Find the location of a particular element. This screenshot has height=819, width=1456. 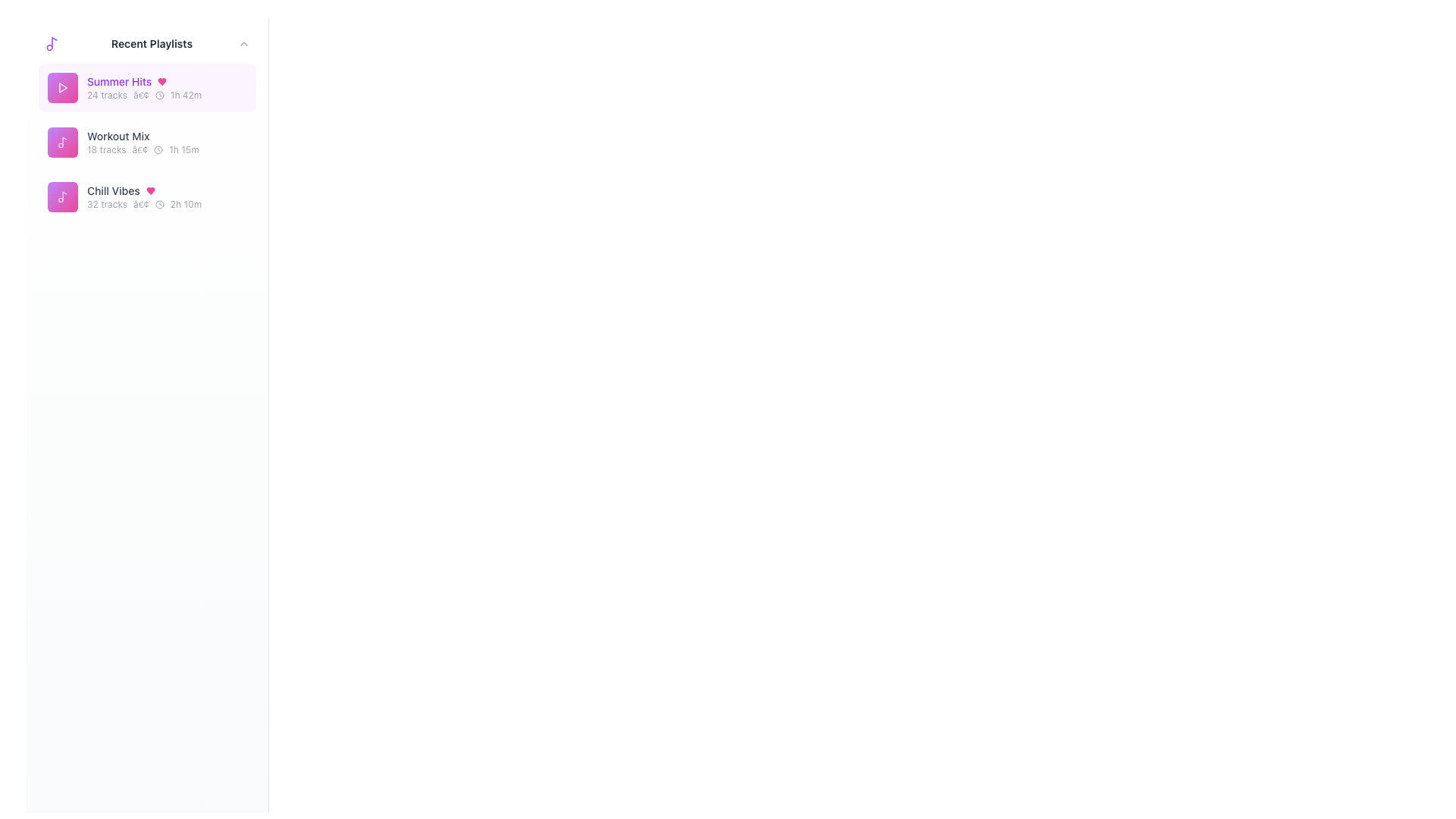

the square icon with a gradient background transitioning from purple to pink, featuring a white musical note symbol, located to the left of the 'Workout Mix' playlist item in the 'Recent Playlists' section is located at coordinates (61, 143).